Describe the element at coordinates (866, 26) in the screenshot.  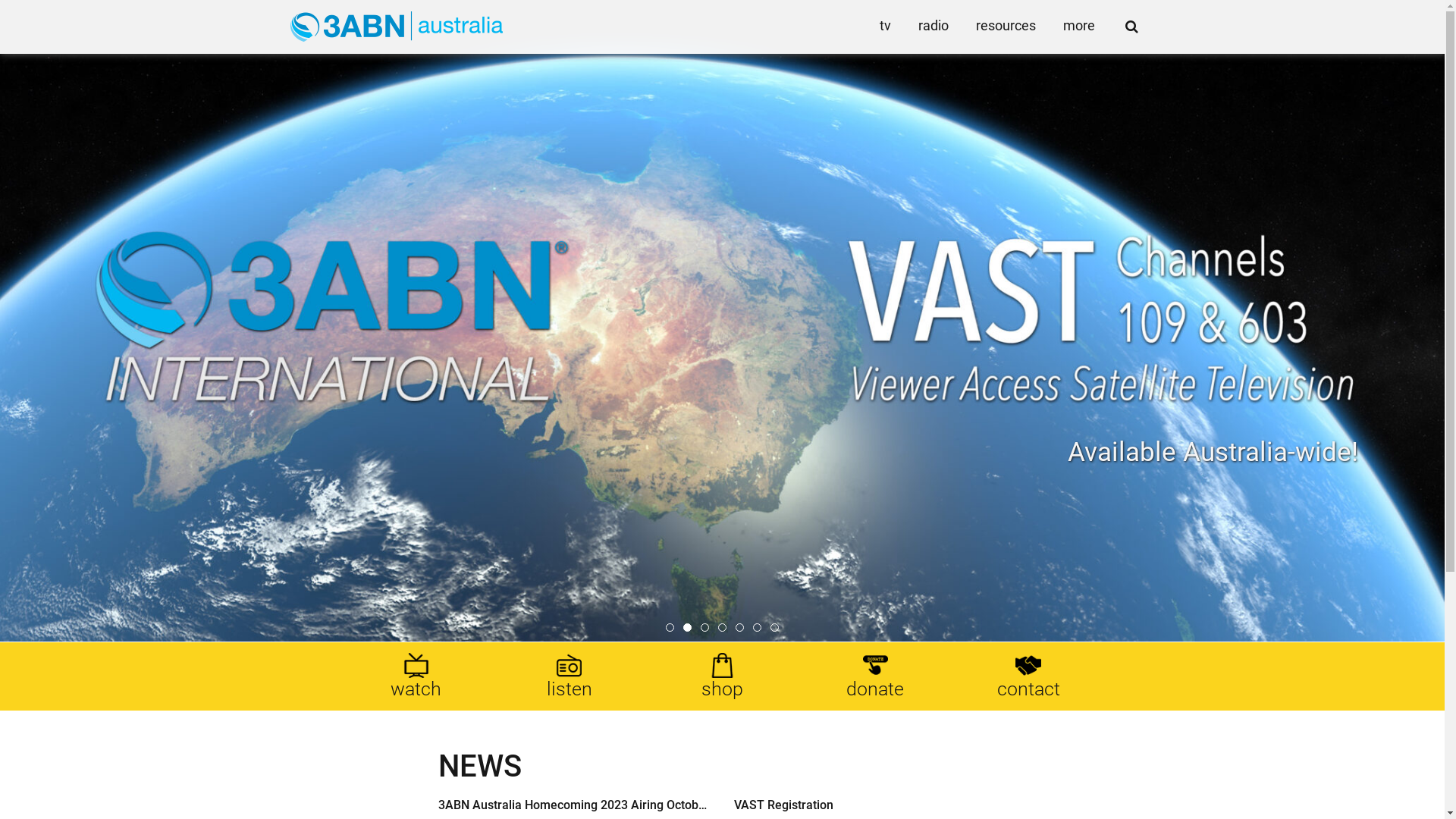
I see `'tv'` at that location.